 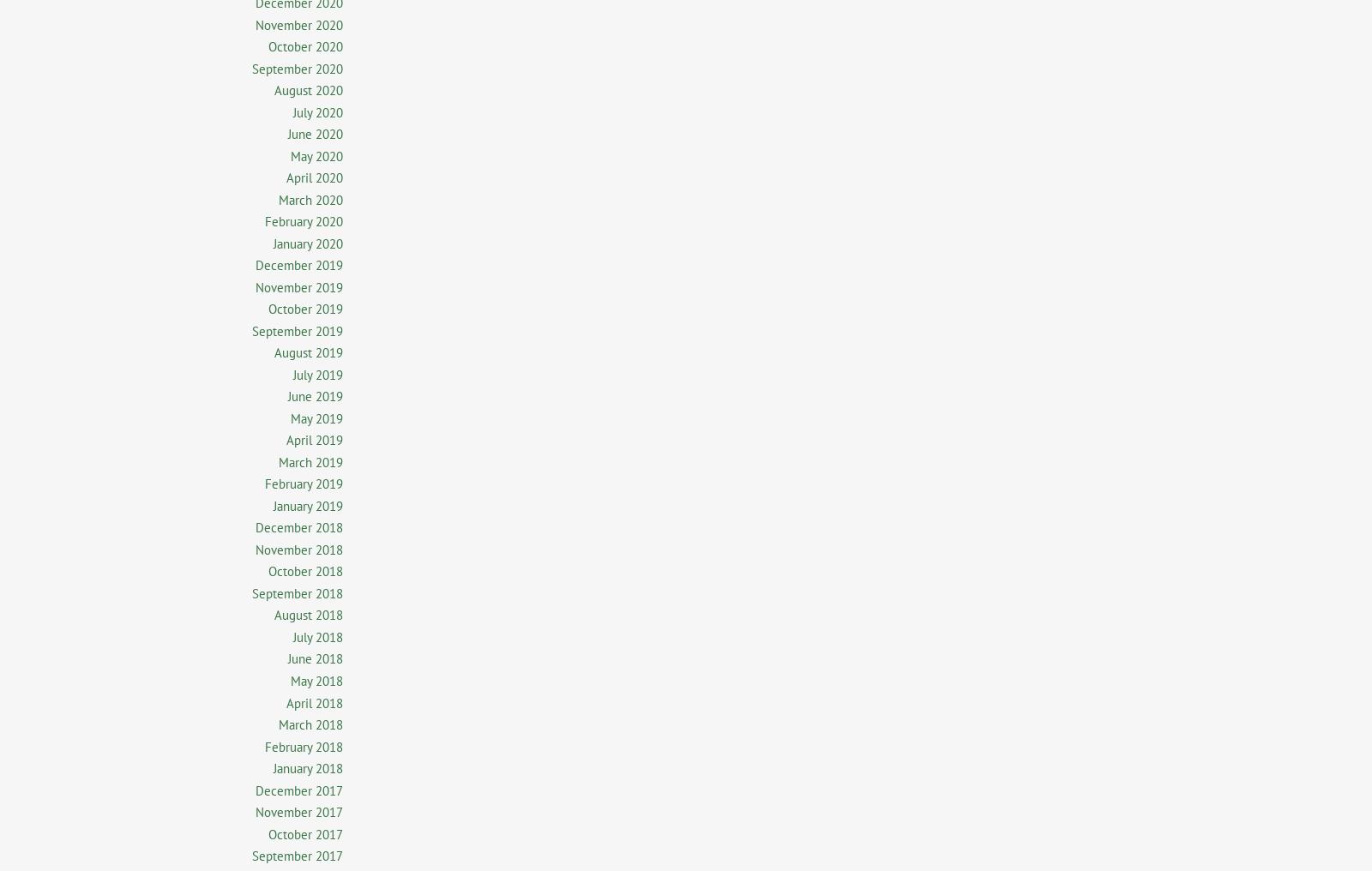 I want to click on 'September 2018', so click(x=298, y=592).